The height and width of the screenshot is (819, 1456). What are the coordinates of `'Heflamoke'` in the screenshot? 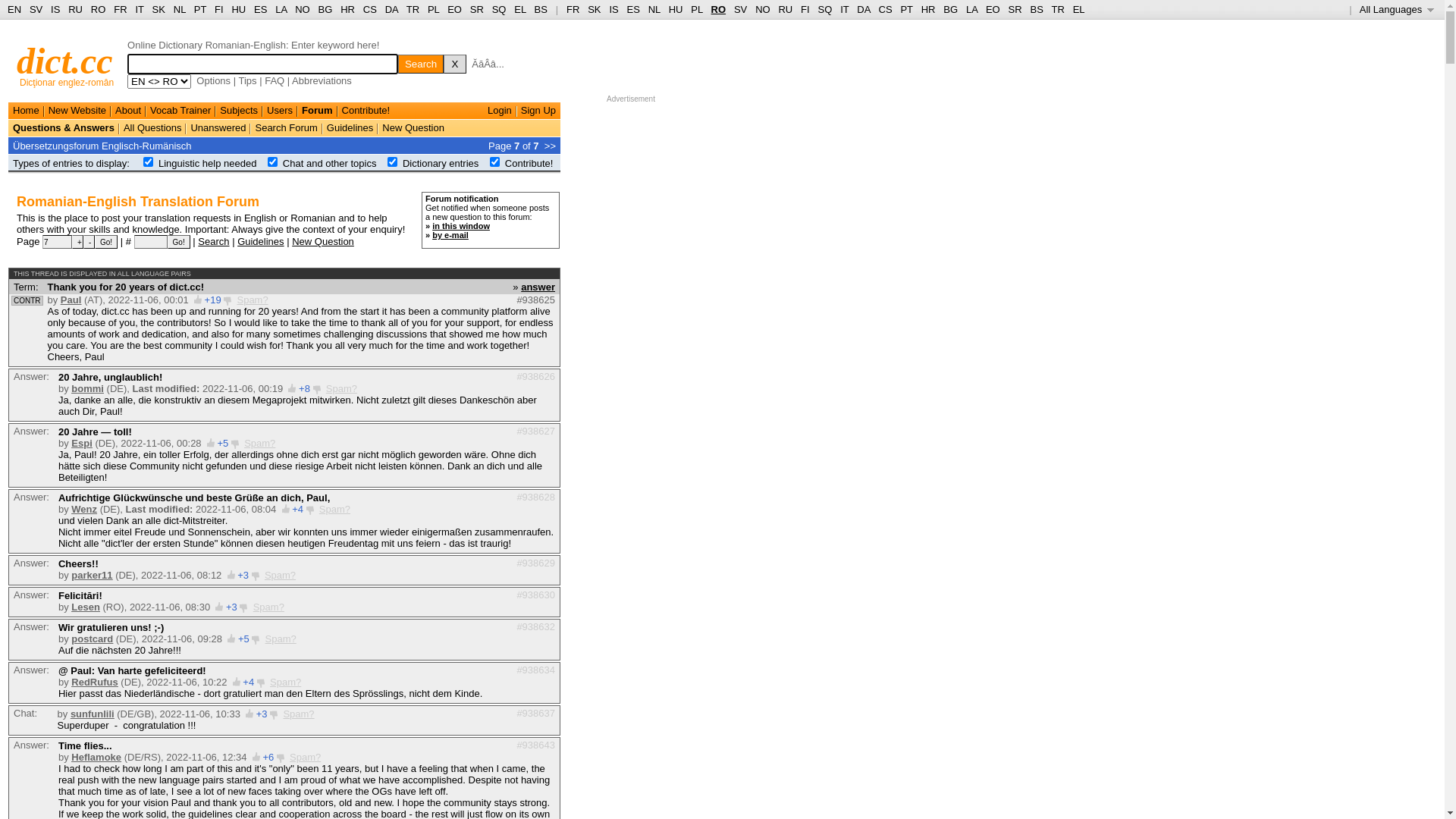 It's located at (71, 757).